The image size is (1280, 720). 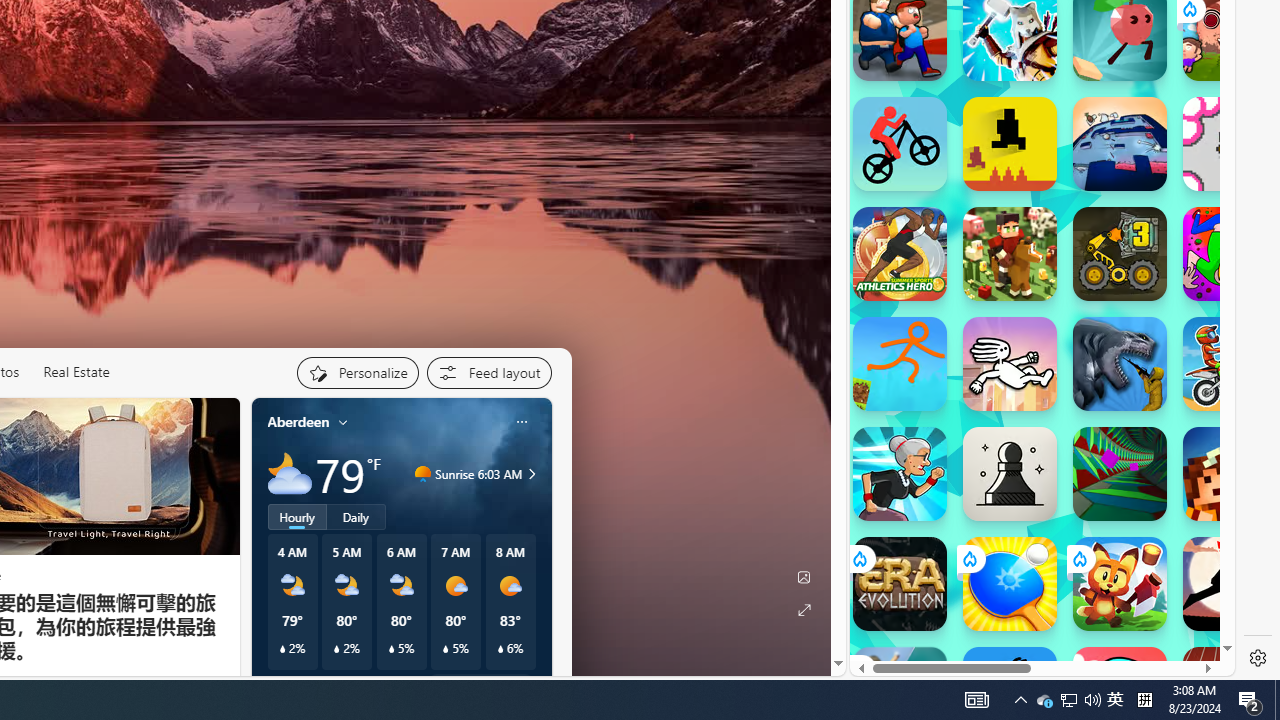 I want to click on 'Tunnel Rush Tunnel Rush', so click(x=1120, y=474).